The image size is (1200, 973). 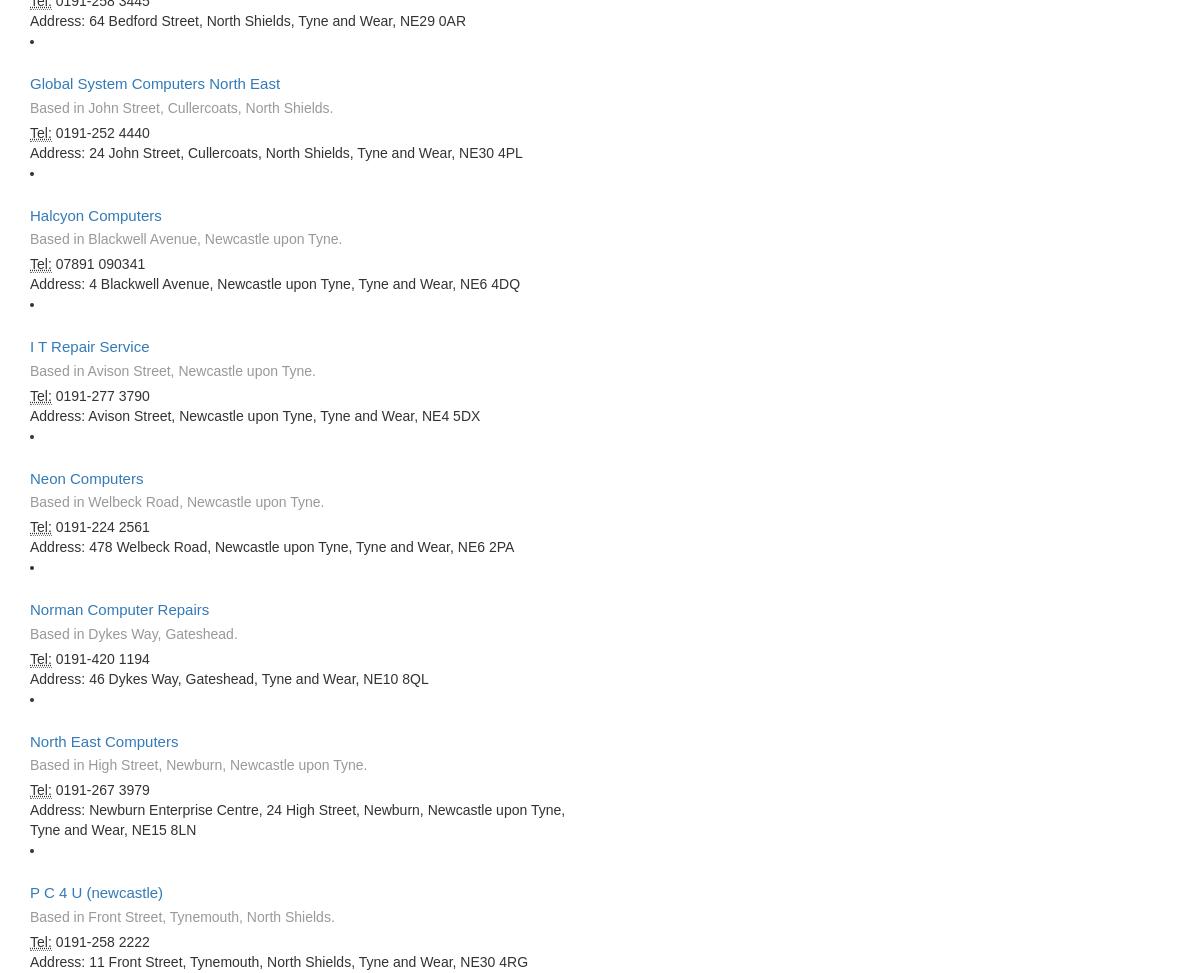 I want to click on 'Address: 11 Front Street, Tynemouth, North Shields, Tyne and Wear, NE30 4RG', so click(x=30, y=960).